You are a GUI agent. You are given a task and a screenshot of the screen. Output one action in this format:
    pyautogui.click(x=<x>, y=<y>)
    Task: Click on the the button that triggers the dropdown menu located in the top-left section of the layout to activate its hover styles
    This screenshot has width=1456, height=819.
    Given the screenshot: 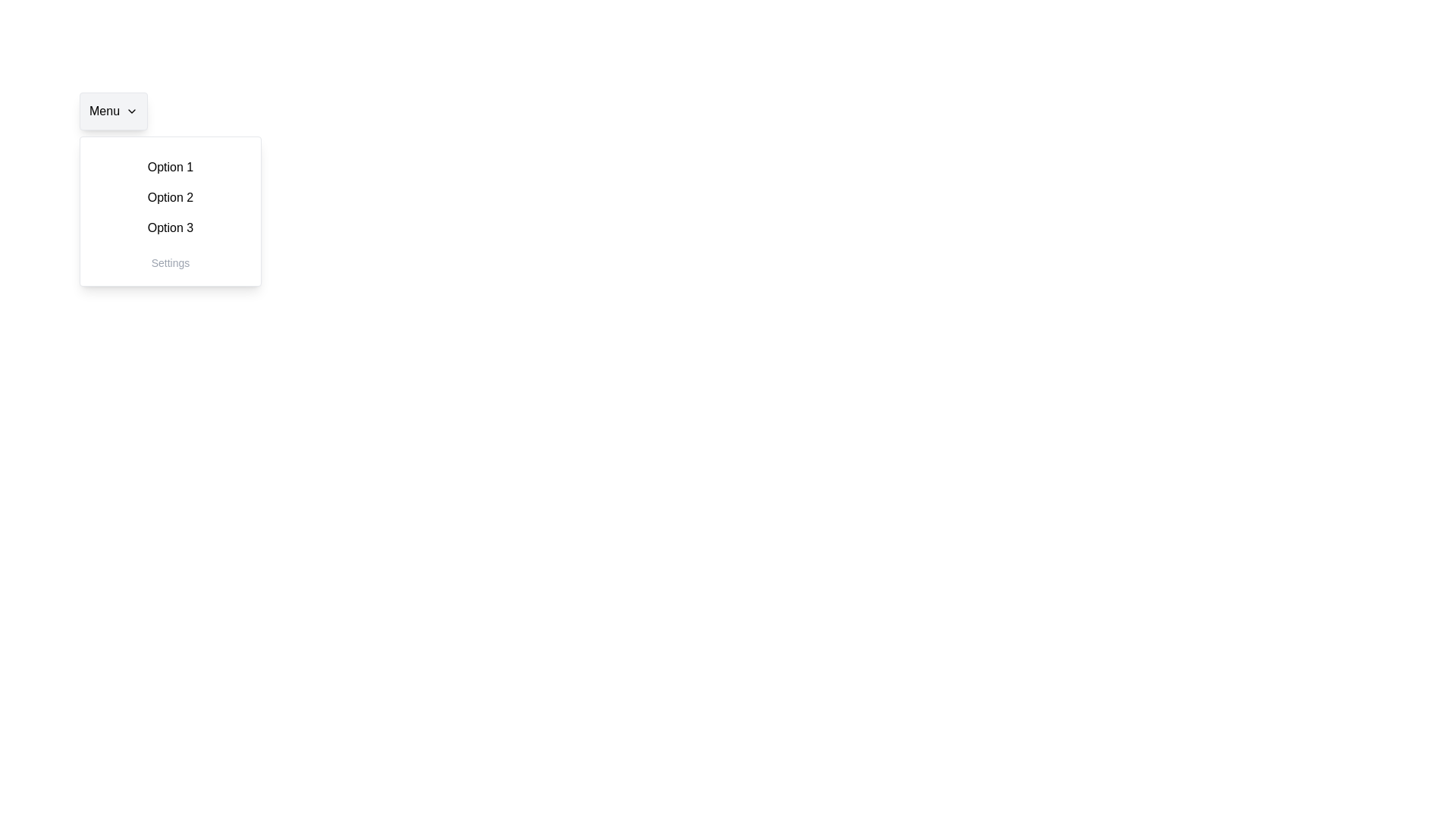 What is the action you would take?
    pyautogui.click(x=112, y=110)
    